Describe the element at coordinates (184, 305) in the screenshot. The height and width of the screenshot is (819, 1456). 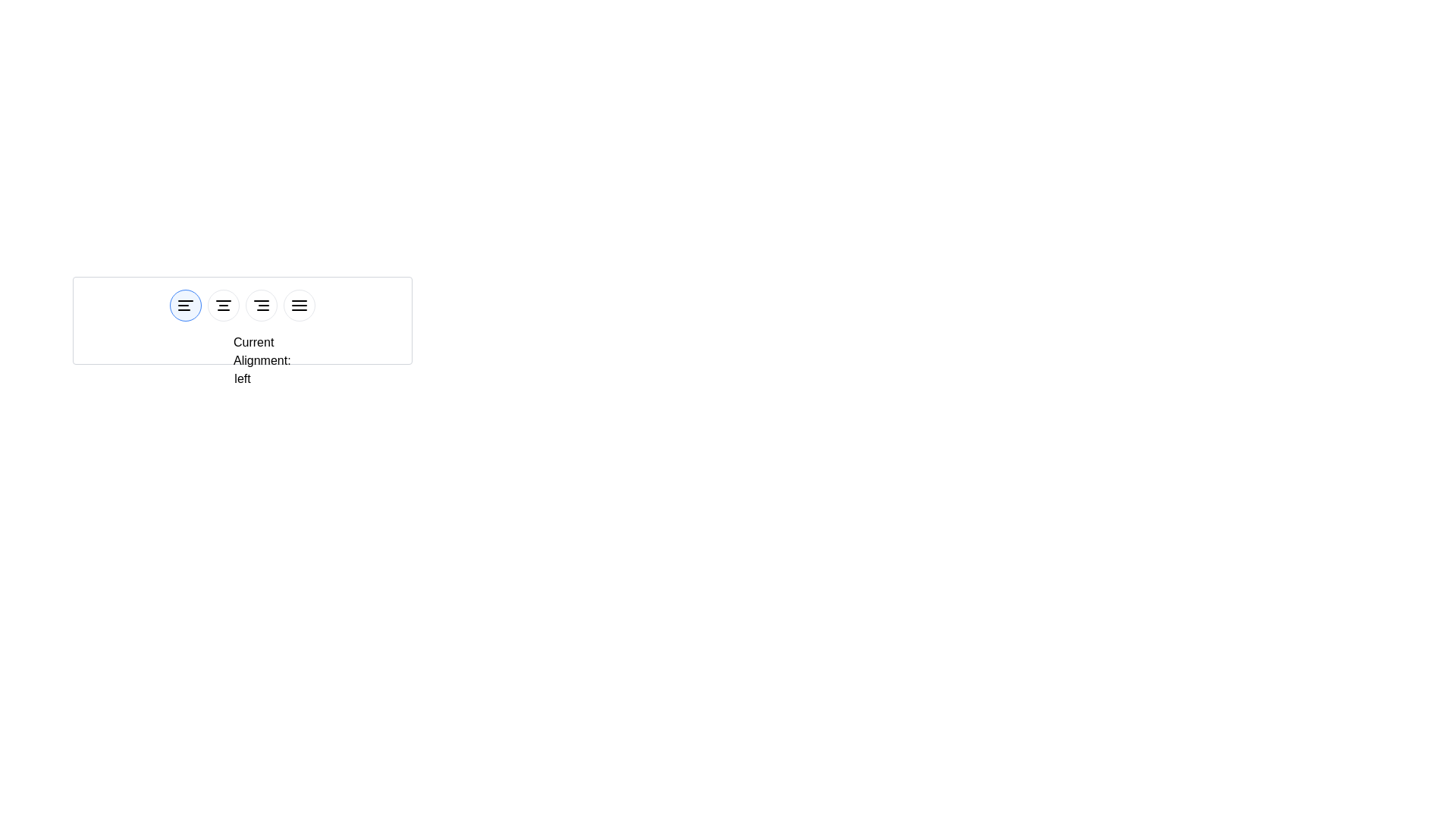
I see `the button corresponding to left alignment` at that location.